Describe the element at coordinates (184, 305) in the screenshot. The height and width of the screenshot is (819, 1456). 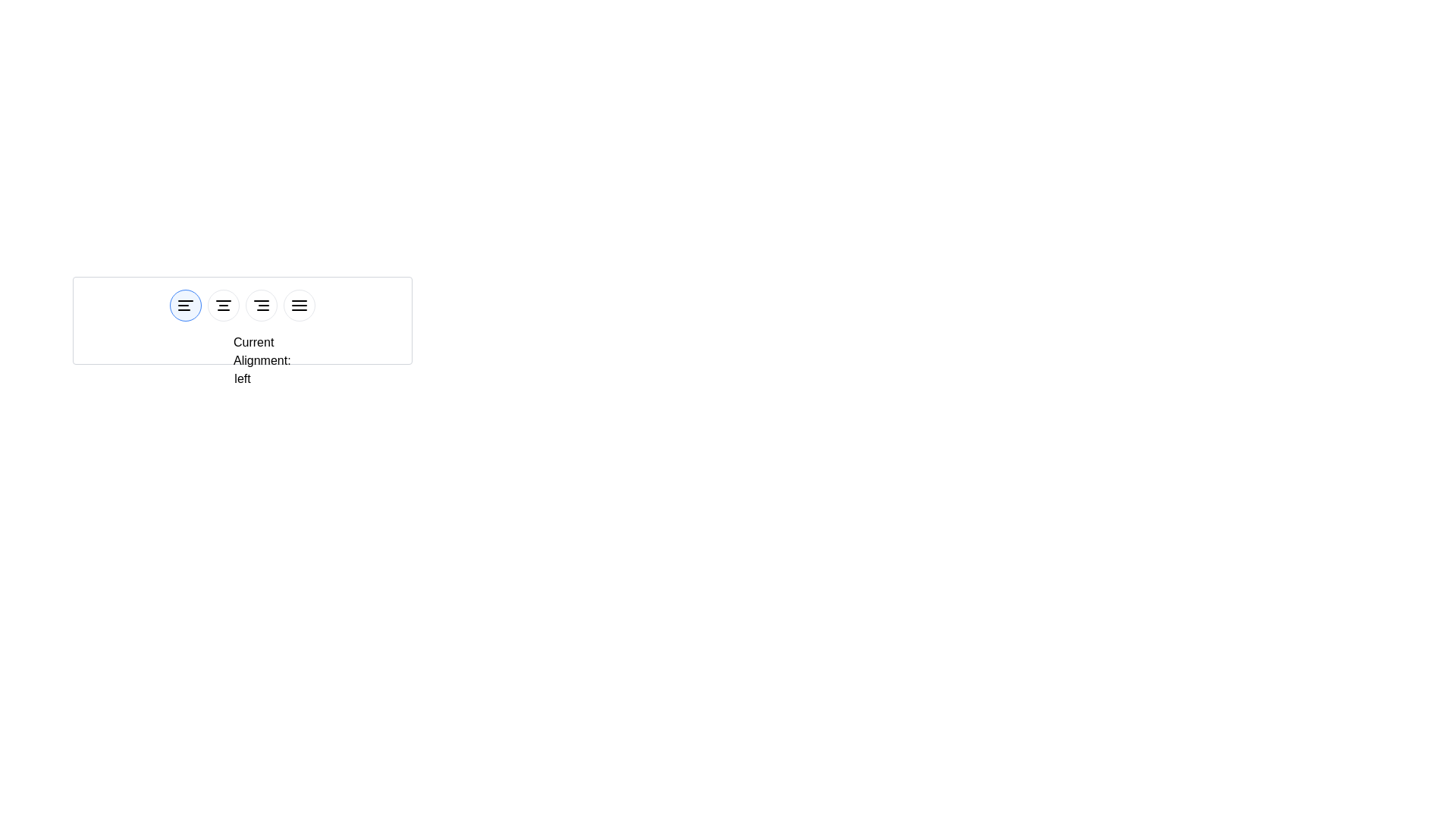
I see `the button corresponding to left alignment` at that location.